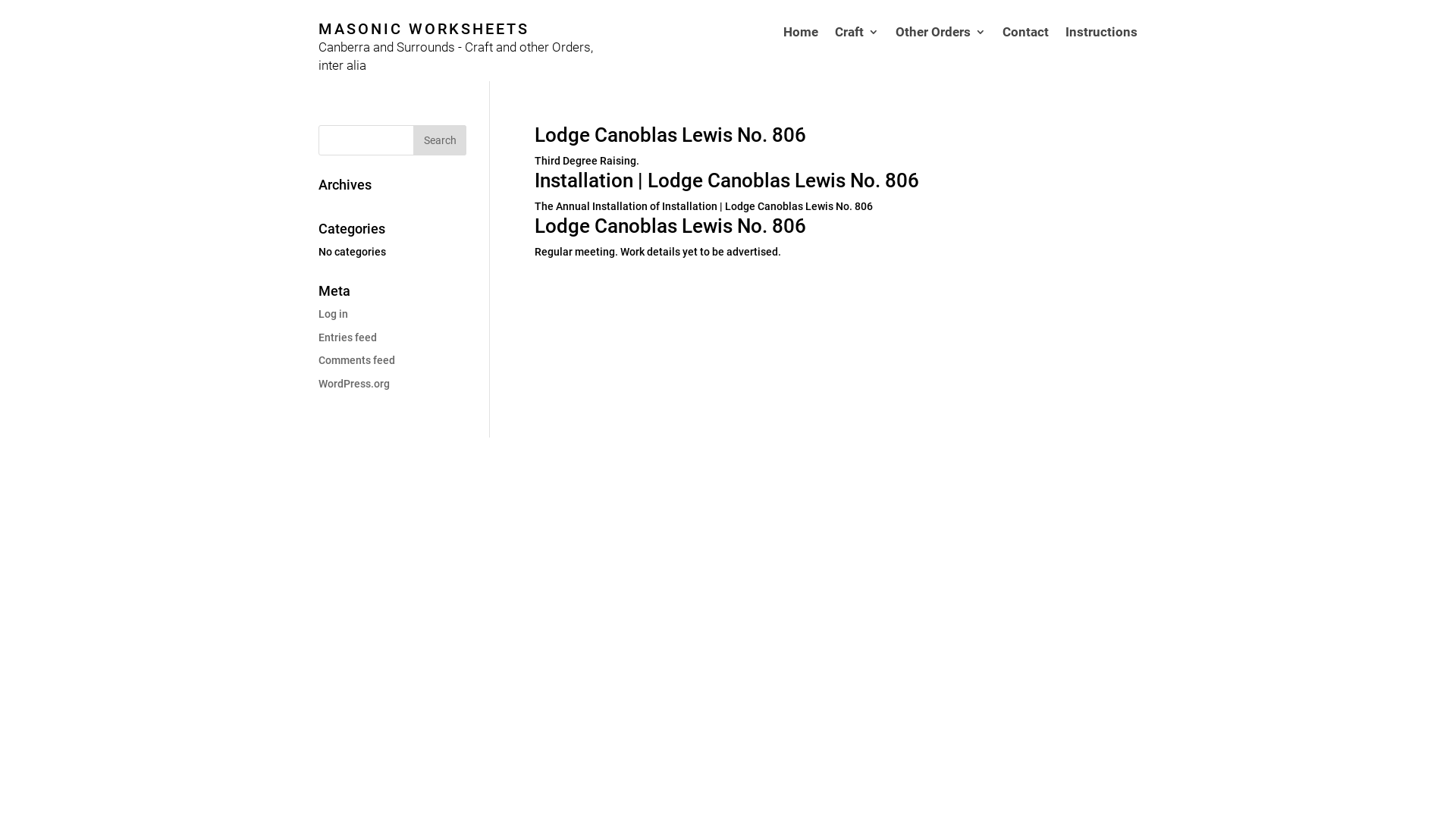 This screenshot has width=1456, height=819. What do you see at coordinates (940, 52) in the screenshot?
I see `'Other Orders'` at bounding box center [940, 52].